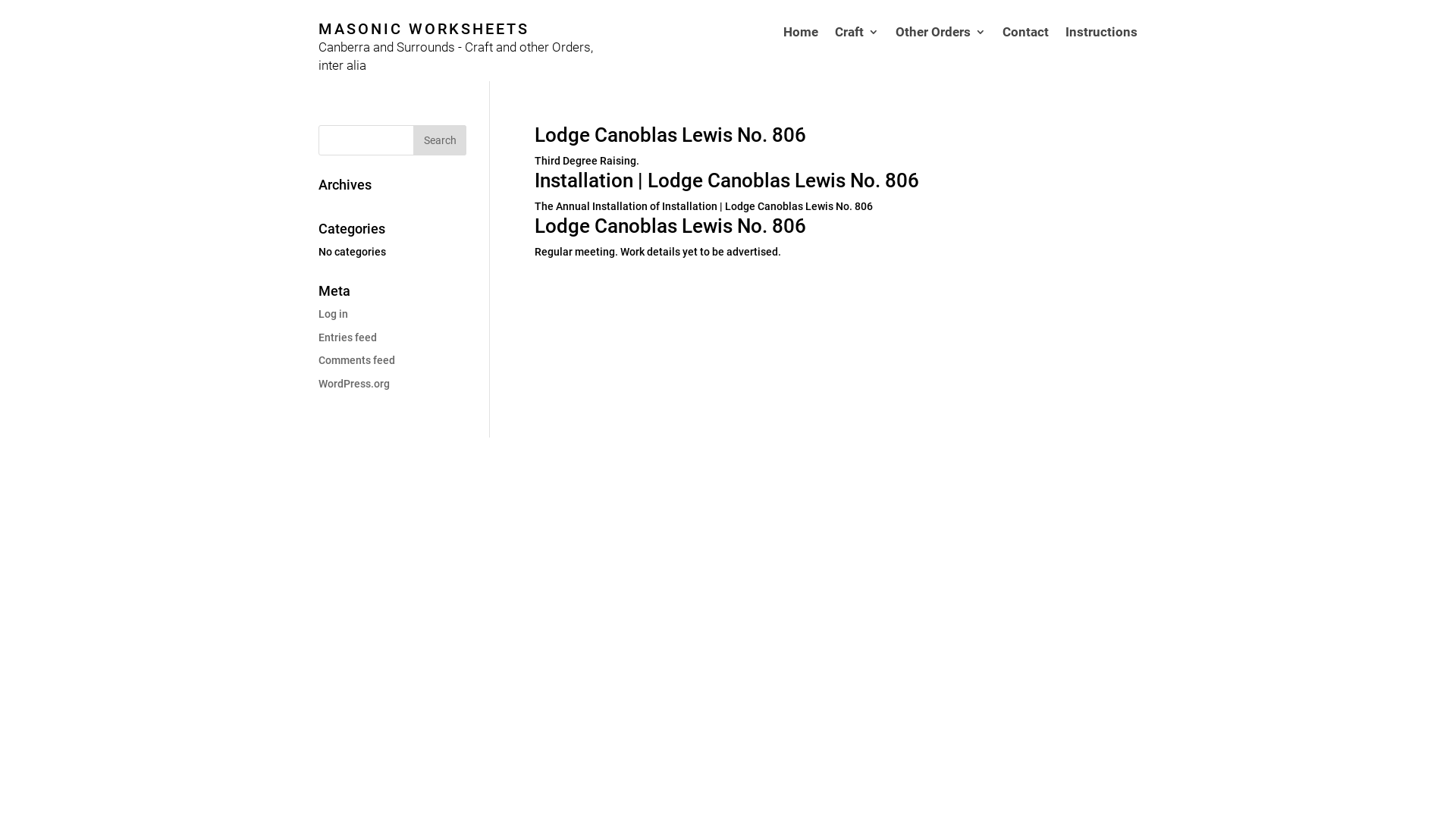 This screenshot has width=1456, height=819. What do you see at coordinates (940, 52) in the screenshot?
I see `'Other Orders'` at bounding box center [940, 52].